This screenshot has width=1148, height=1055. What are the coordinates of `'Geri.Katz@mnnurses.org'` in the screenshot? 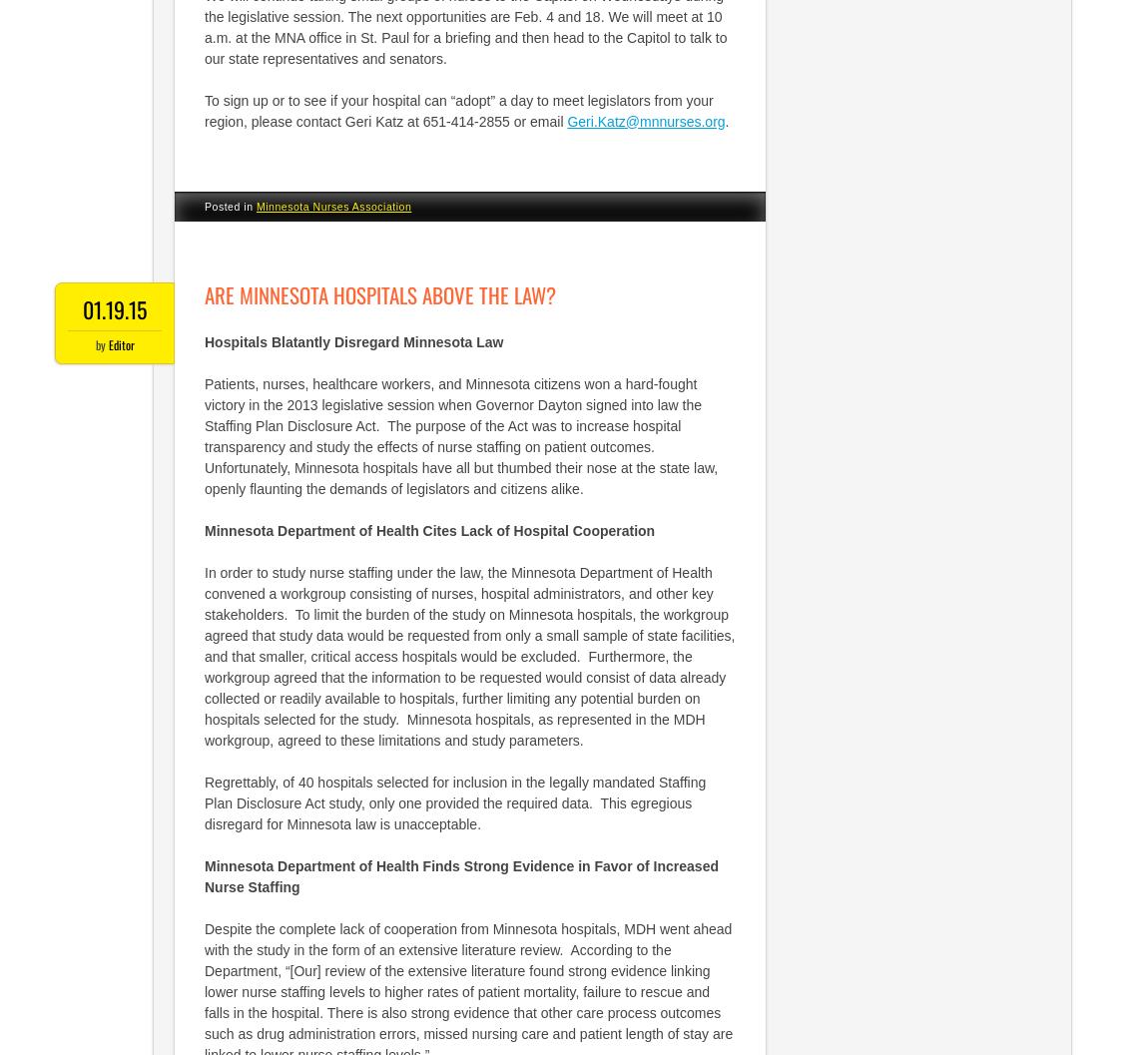 It's located at (566, 120).